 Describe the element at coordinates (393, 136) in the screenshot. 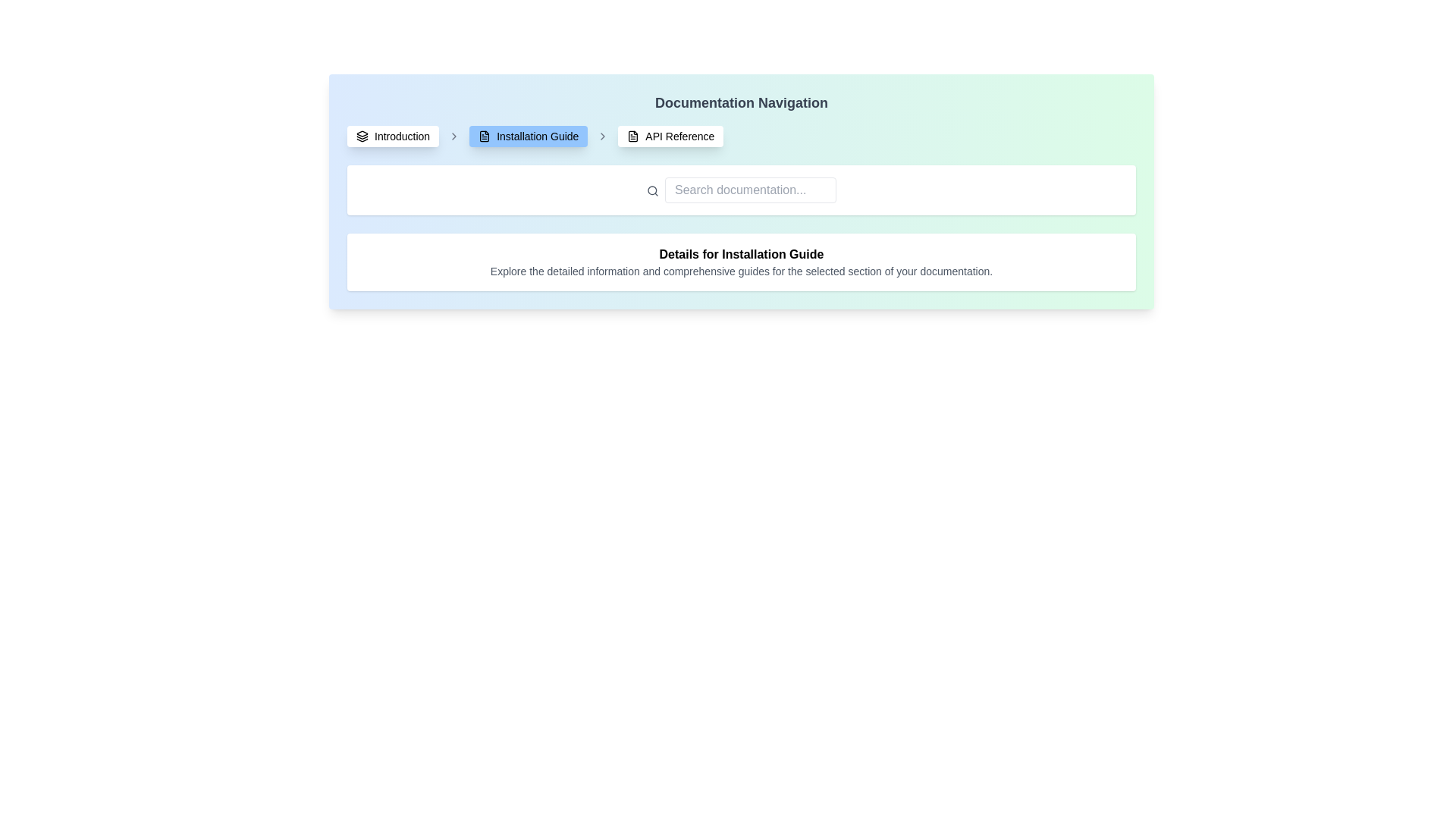

I see `the stylized button labeled 'Introduction' located in the upper-left segment of the navigation bar` at that location.